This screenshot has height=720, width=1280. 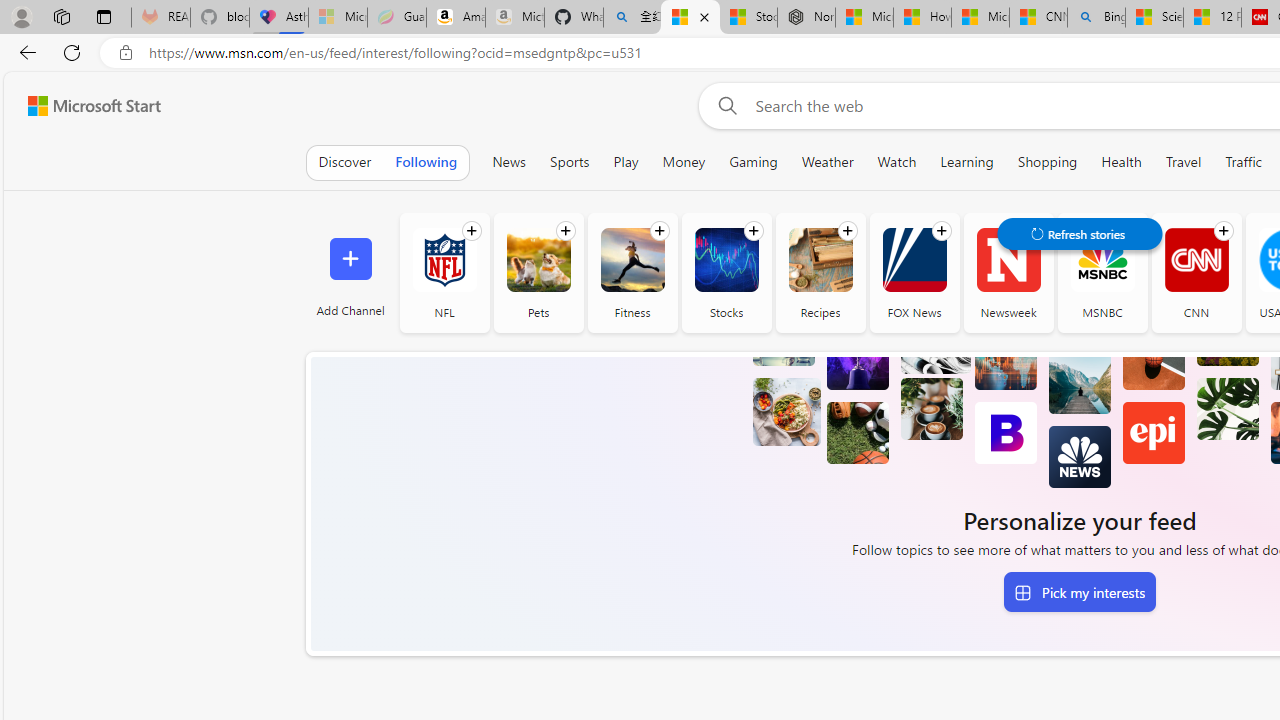 I want to click on 'How I Got Rid of Microsoft Edge', so click(x=921, y=17).